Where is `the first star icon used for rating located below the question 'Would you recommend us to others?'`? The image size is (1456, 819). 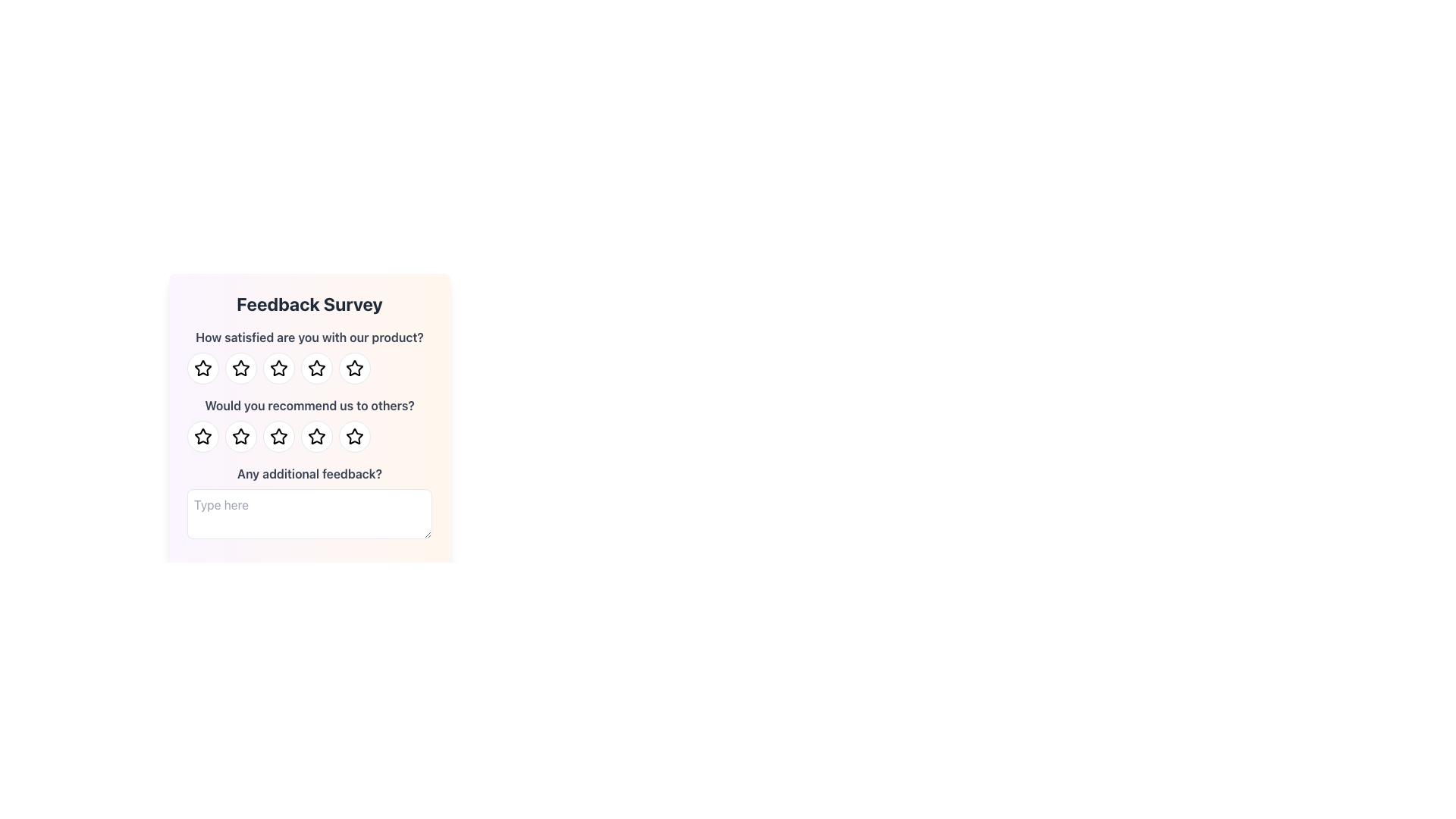
the first star icon used for rating located below the question 'Would you recommend us to others?' is located at coordinates (202, 436).